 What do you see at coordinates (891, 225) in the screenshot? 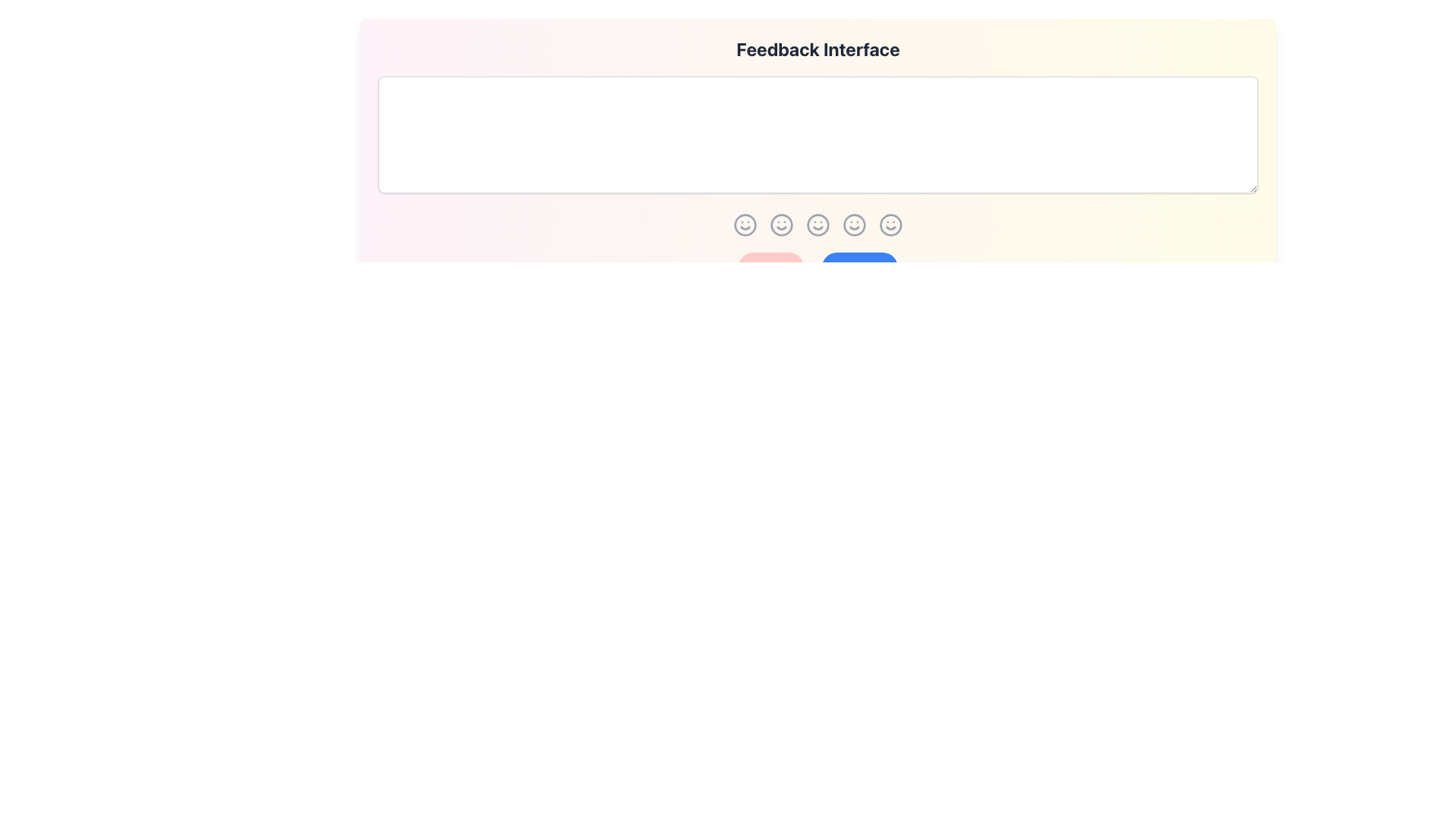
I see `the fifth feedback emoji, which is a circular shape located at the bottom-central part of the feedback interface` at bounding box center [891, 225].